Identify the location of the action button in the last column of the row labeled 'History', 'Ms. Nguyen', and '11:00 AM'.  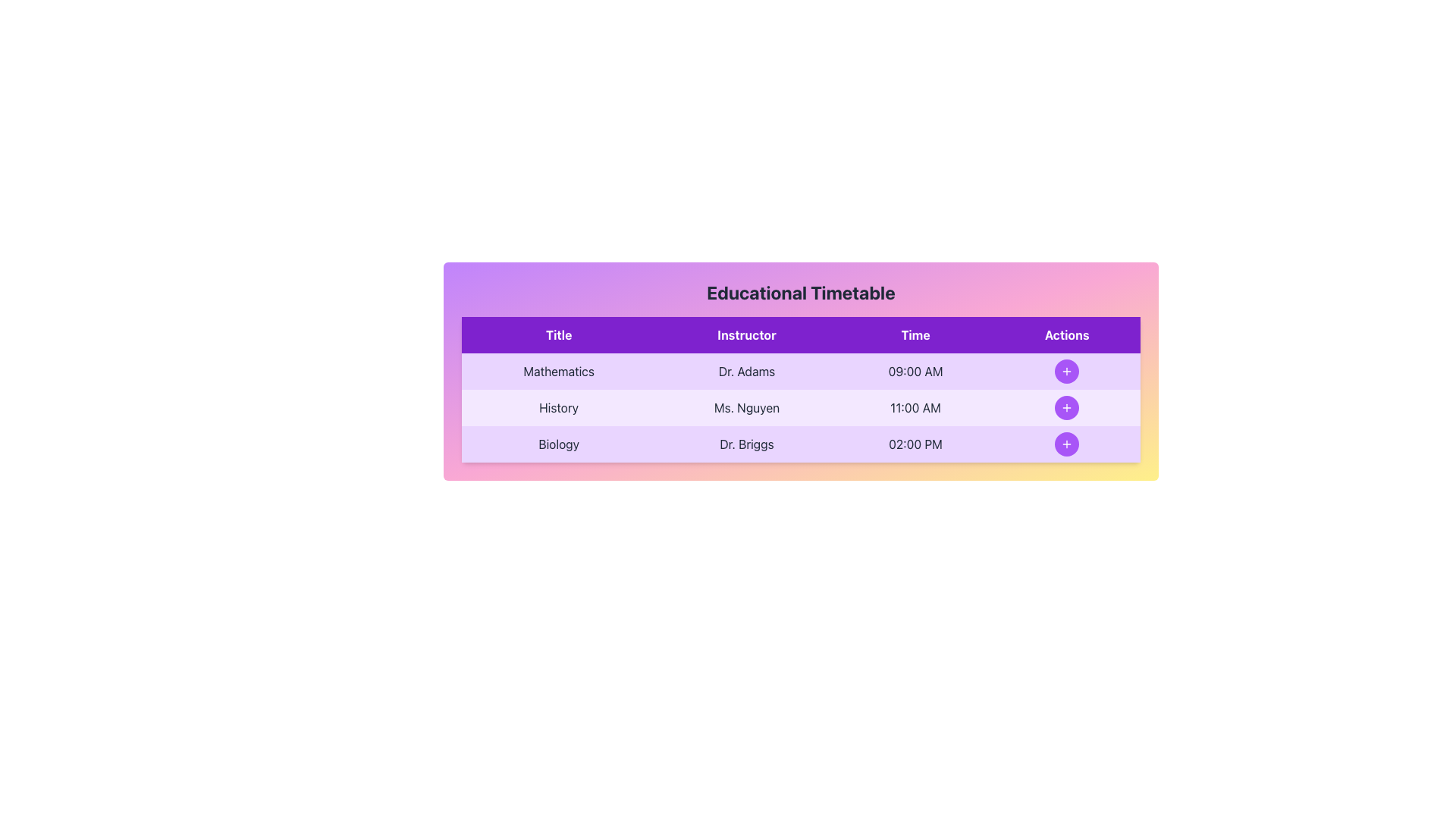
(1066, 406).